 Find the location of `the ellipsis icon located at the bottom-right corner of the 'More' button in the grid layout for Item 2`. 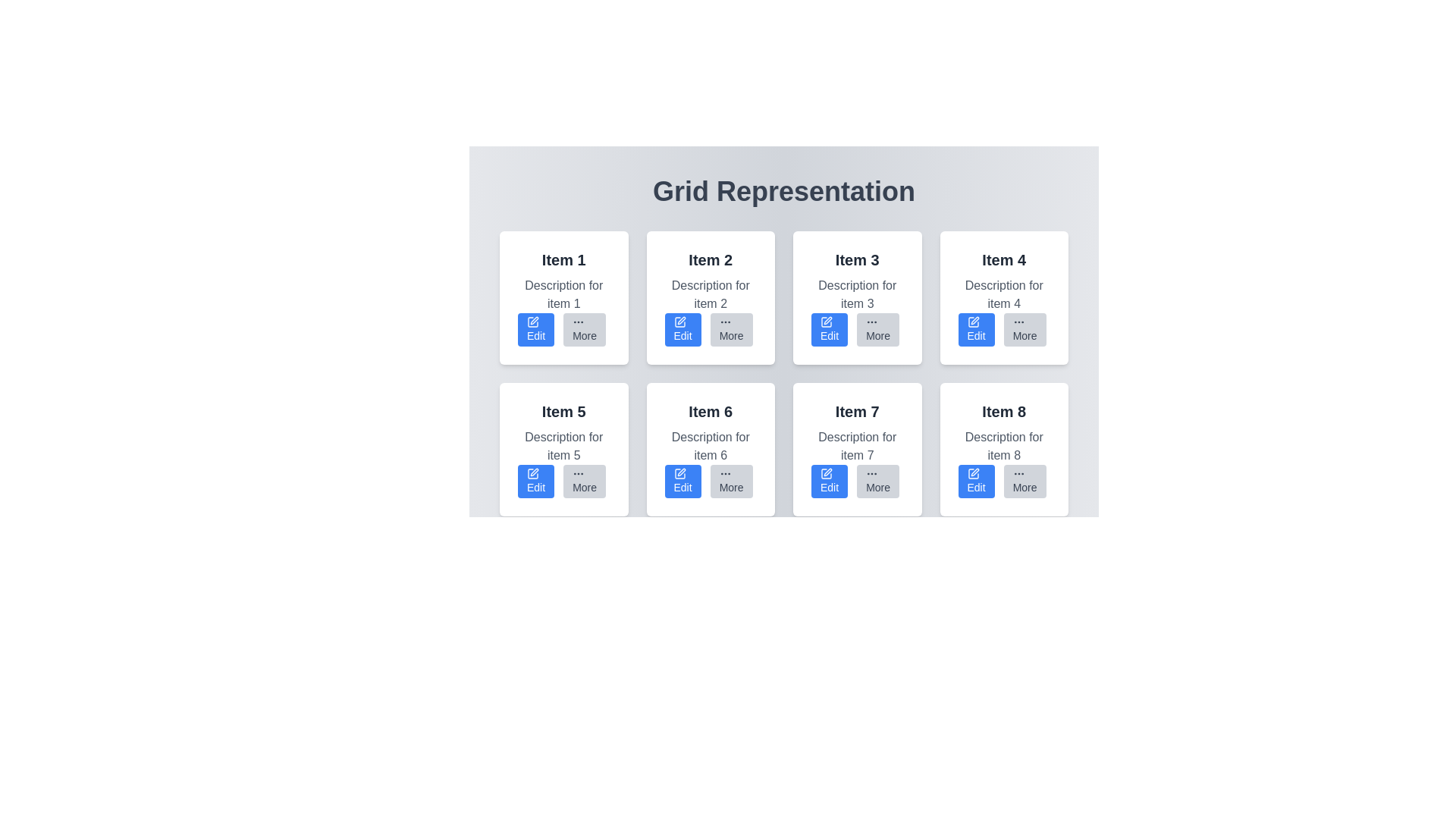

the ellipsis icon located at the bottom-right corner of the 'More' button in the grid layout for Item 2 is located at coordinates (724, 321).